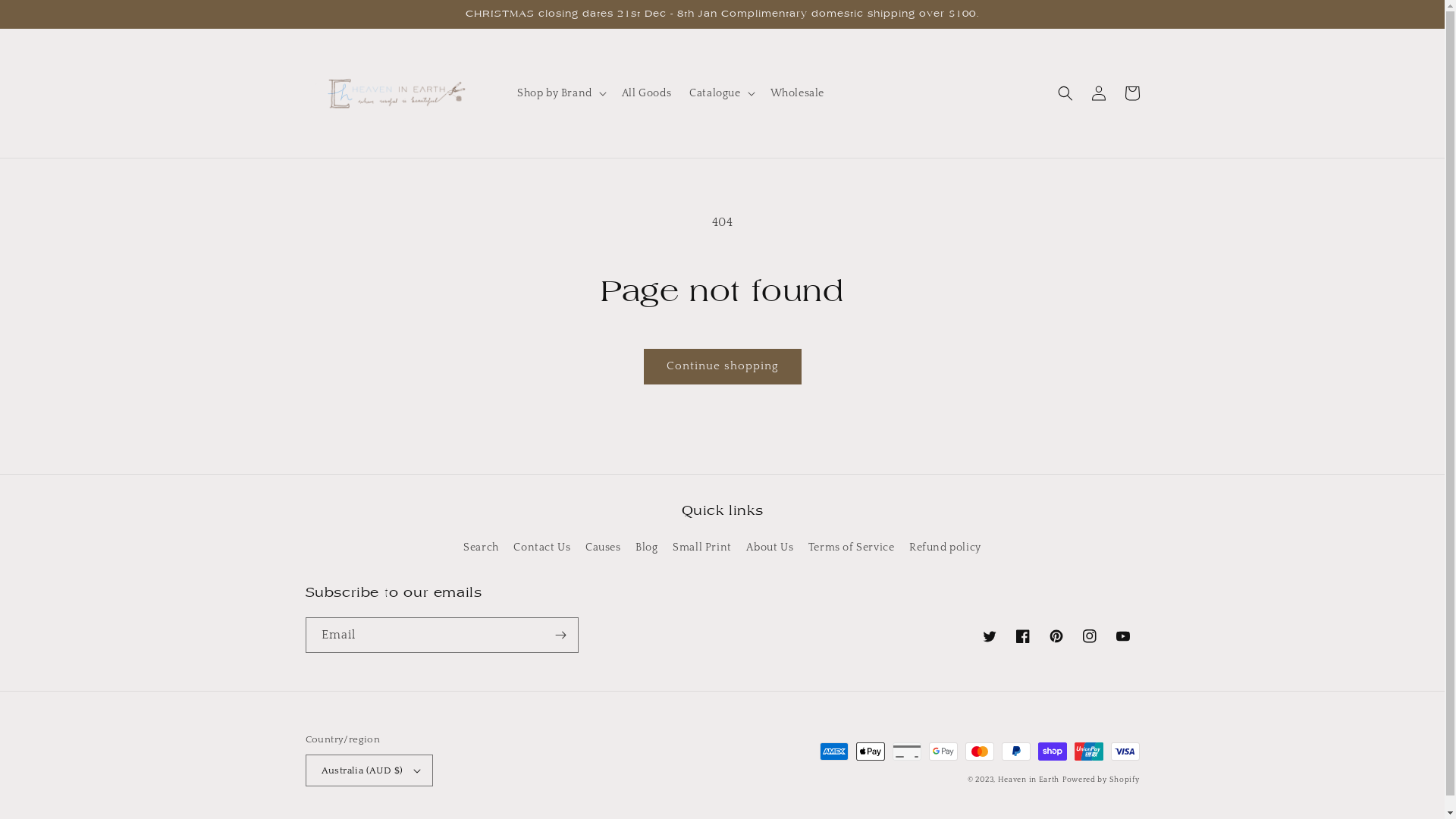 This screenshot has width=1456, height=819. Describe the element at coordinates (769, 548) in the screenshot. I see `'About Us'` at that location.